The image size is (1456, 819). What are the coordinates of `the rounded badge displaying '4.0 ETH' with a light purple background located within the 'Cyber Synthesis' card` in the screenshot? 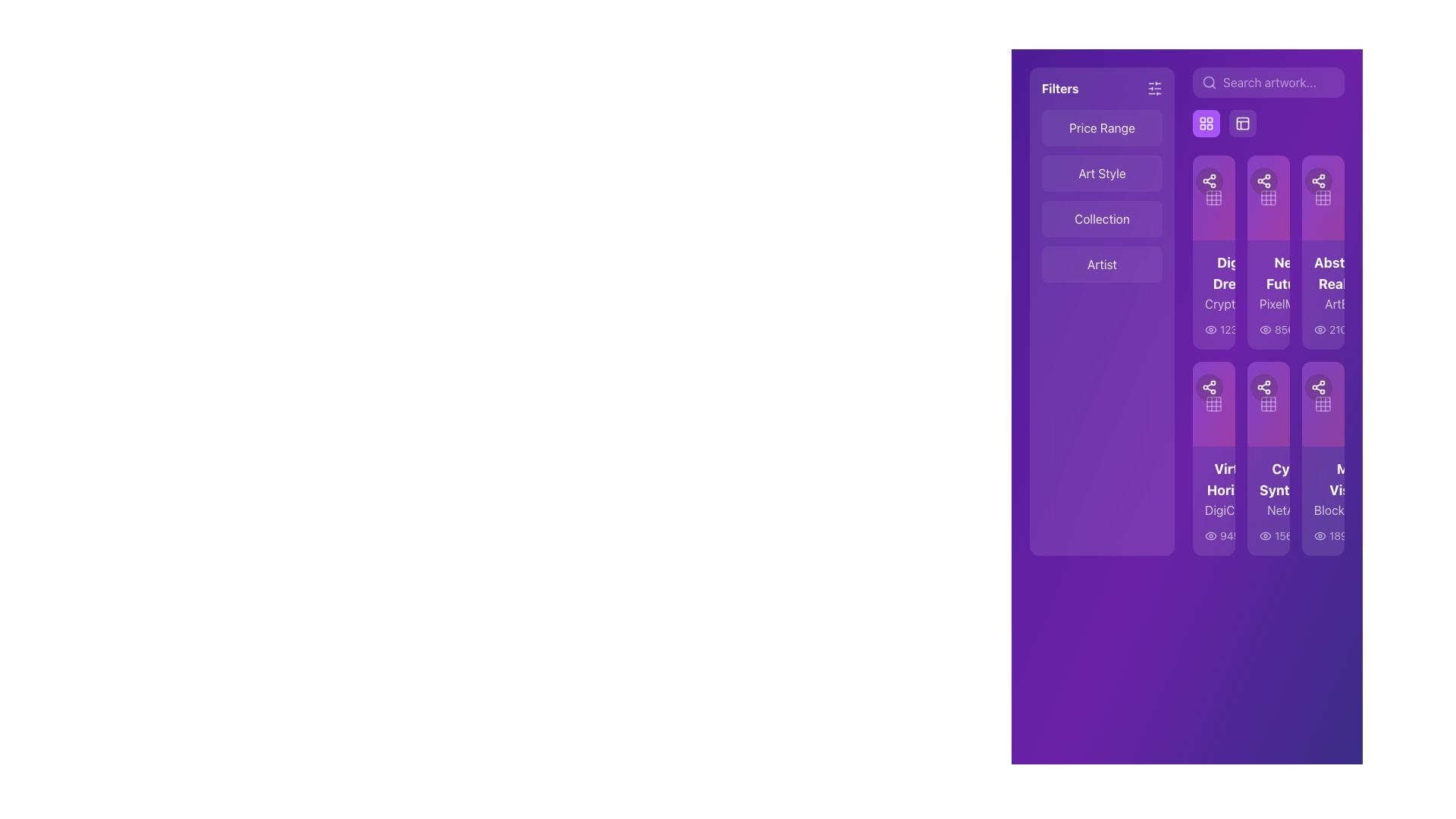 It's located at (1352, 479).